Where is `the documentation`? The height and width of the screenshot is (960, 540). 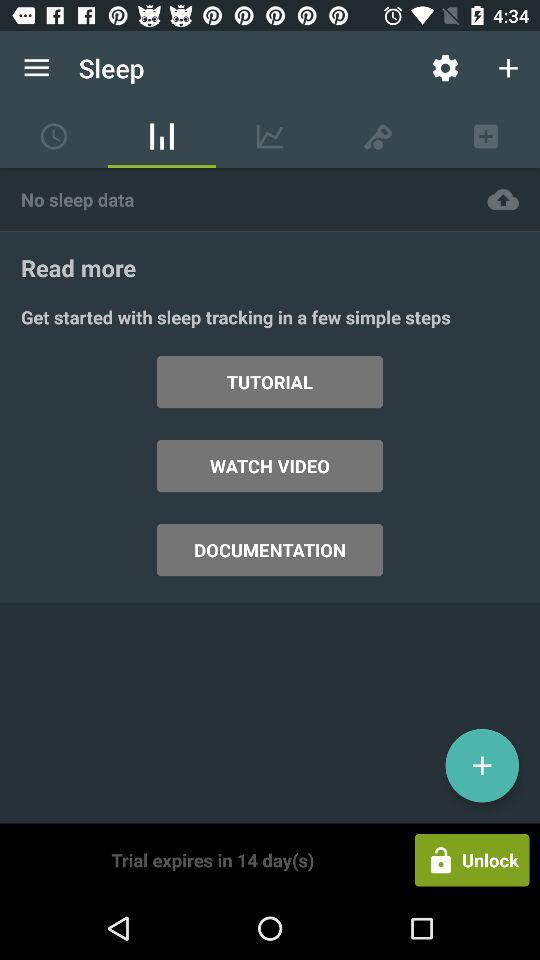
the documentation is located at coordinates (270, 550).